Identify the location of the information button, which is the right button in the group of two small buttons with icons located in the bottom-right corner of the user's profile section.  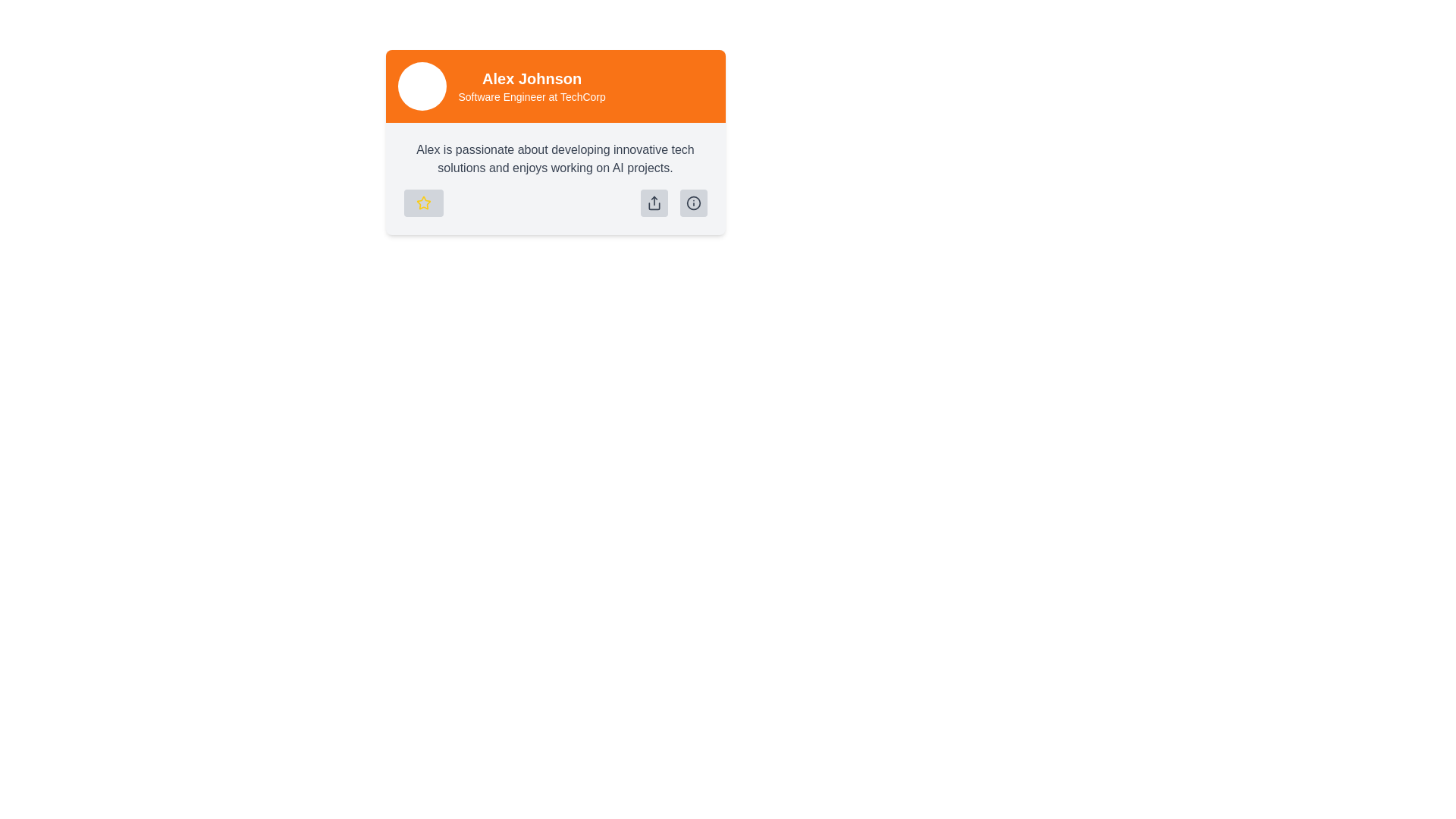
(673, 202).